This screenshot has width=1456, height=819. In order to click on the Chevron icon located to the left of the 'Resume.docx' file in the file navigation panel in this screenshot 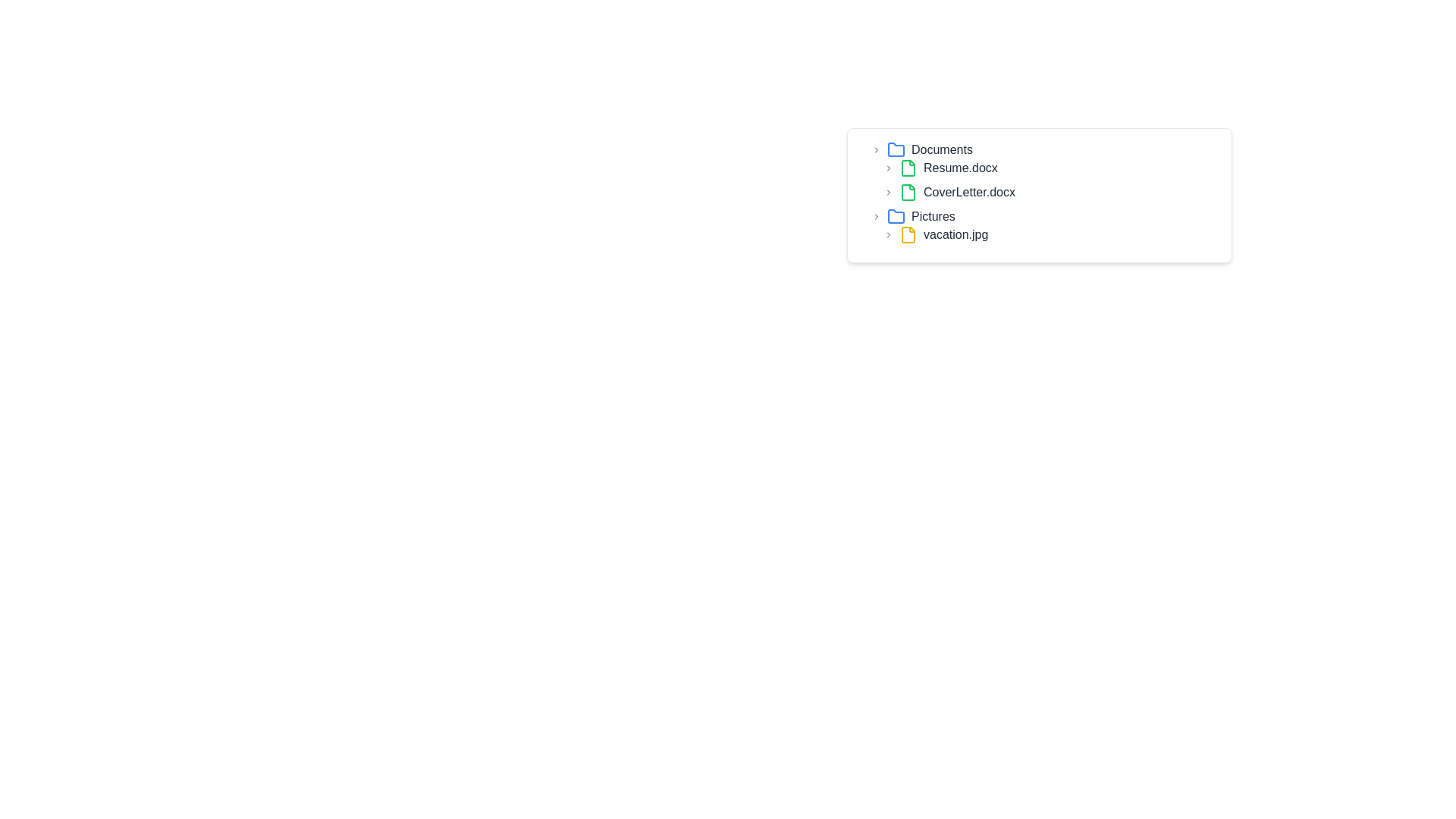, I will do `click(888, 168)`.